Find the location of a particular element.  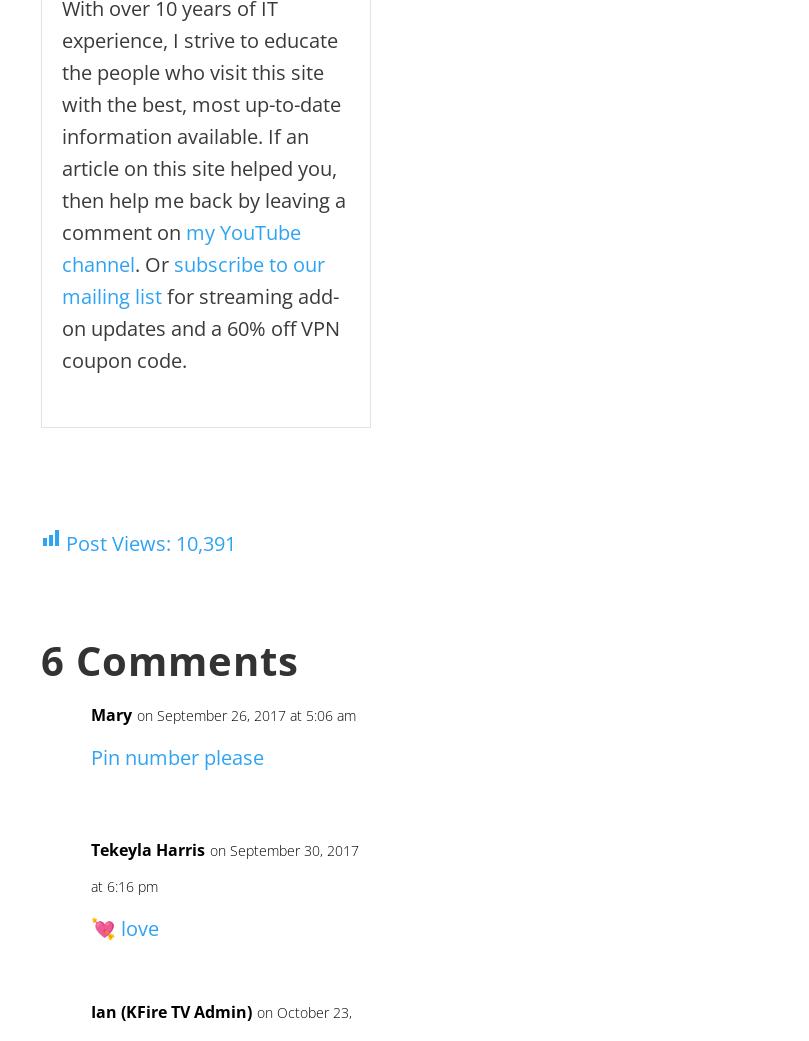

'Mary' is located at coordinates (111, 713).